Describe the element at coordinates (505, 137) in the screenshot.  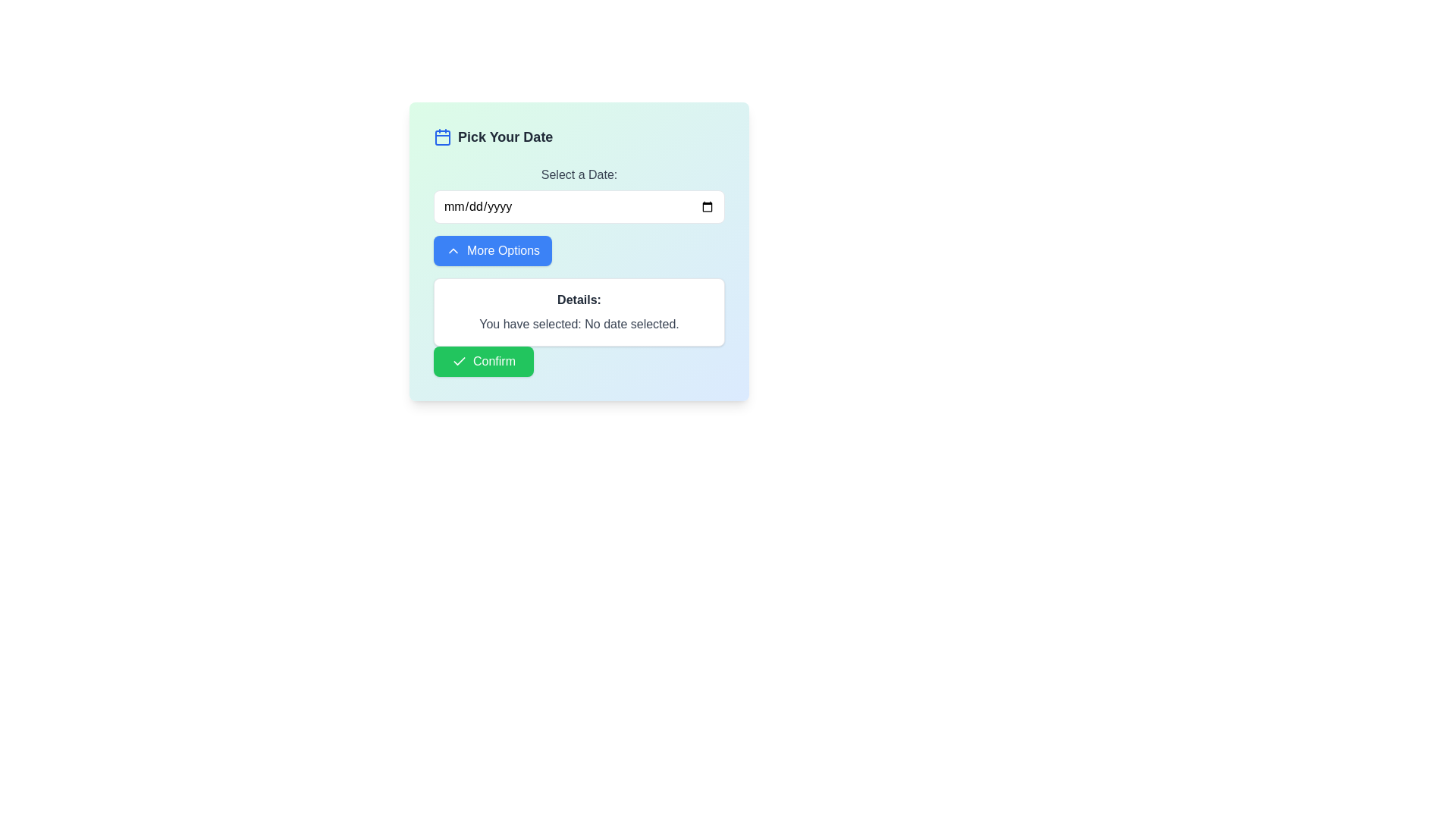
I see `the Text Label that introduces the functionality of selecting a date, located next to a blue calendar icon towards the top of the main interface` at that location.